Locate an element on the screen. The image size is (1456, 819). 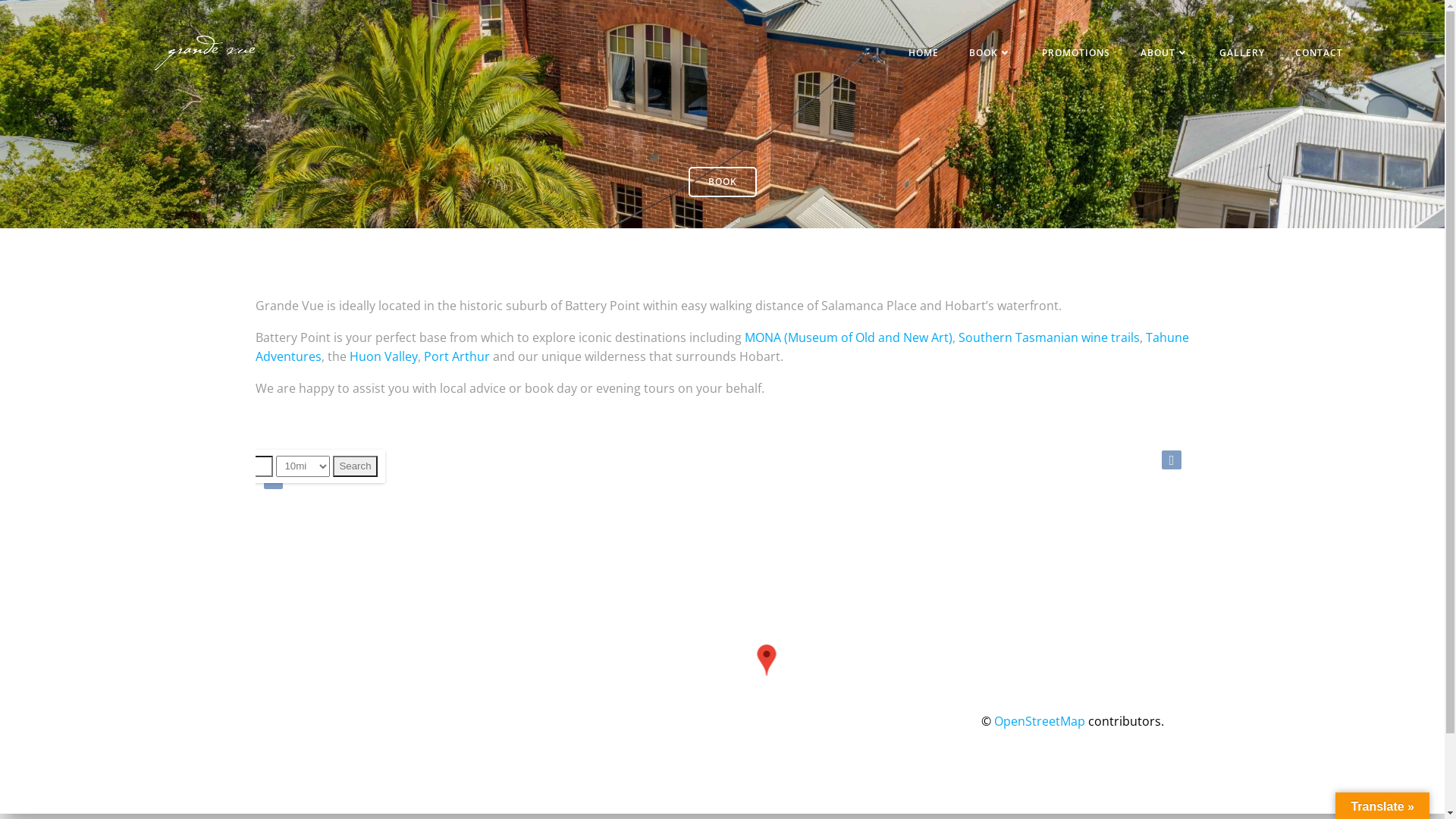
'BOOK' is located at coordinates (990, 52).